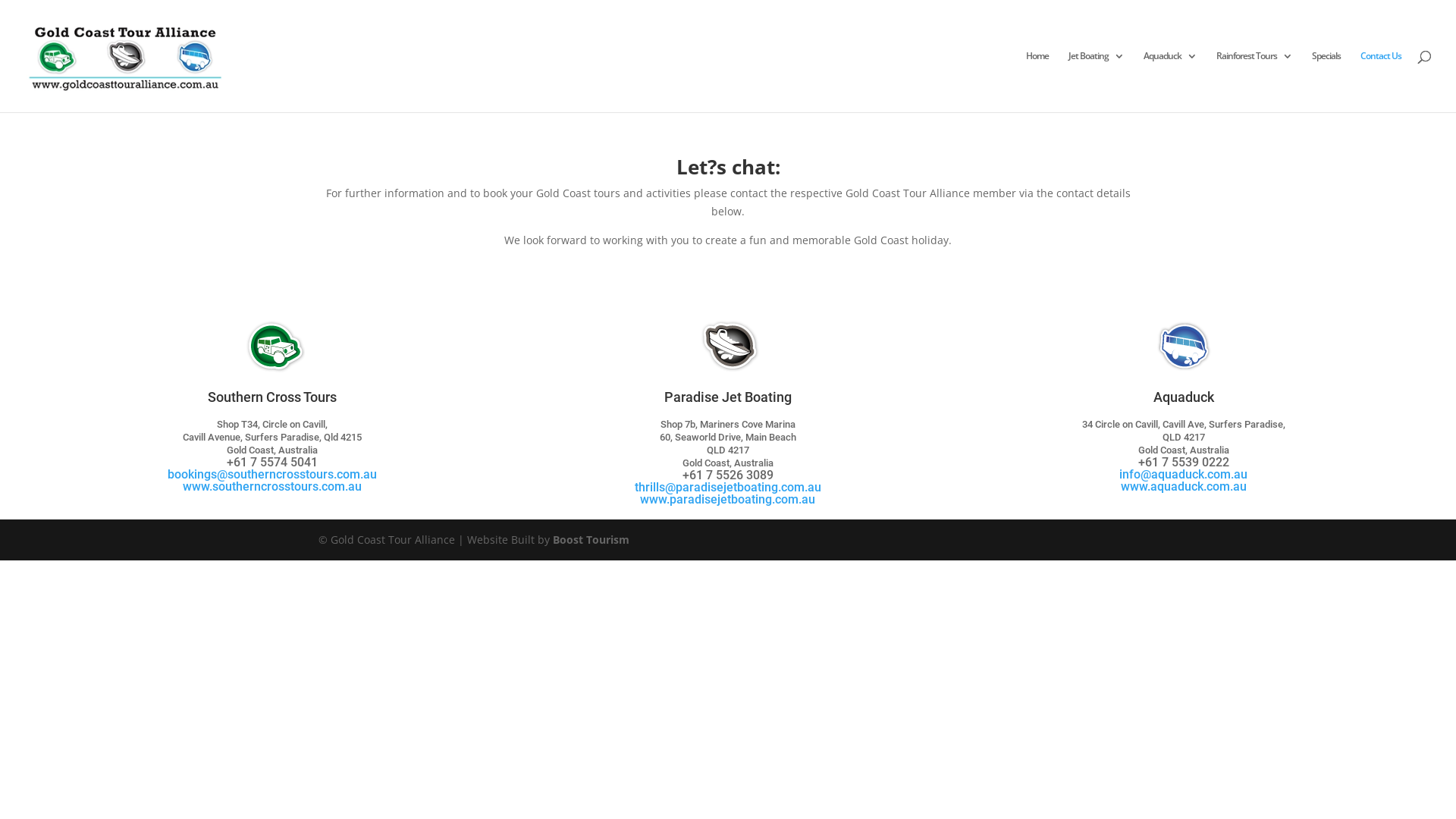 The image size is (1456, 819). What do you see at coordinates (1182, 486) in the screenshot?
I see `'www.aquaduck.com.au'` at bounding box center [1182, 486].